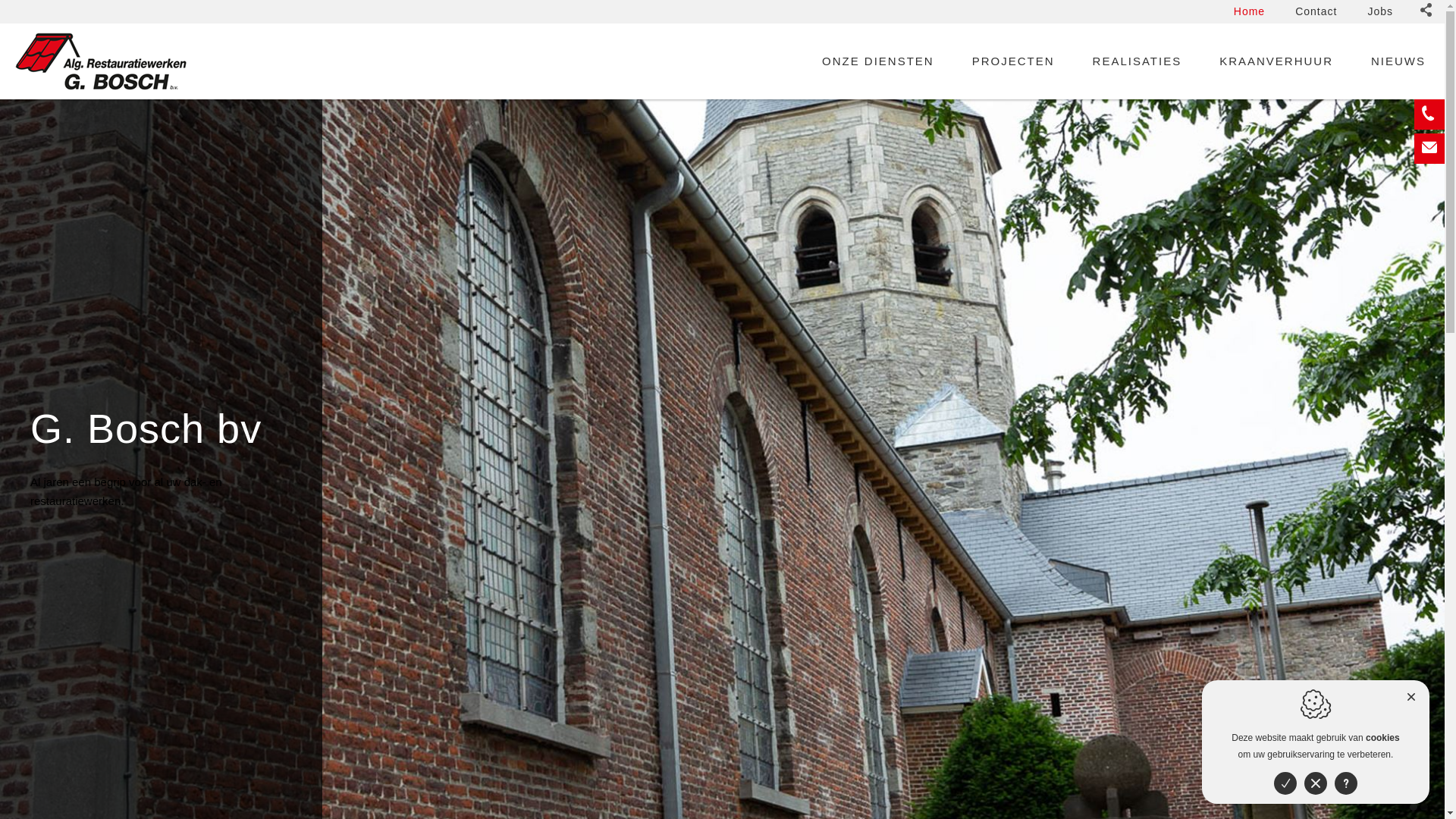  I want to click on '1', so click(1408, 805).